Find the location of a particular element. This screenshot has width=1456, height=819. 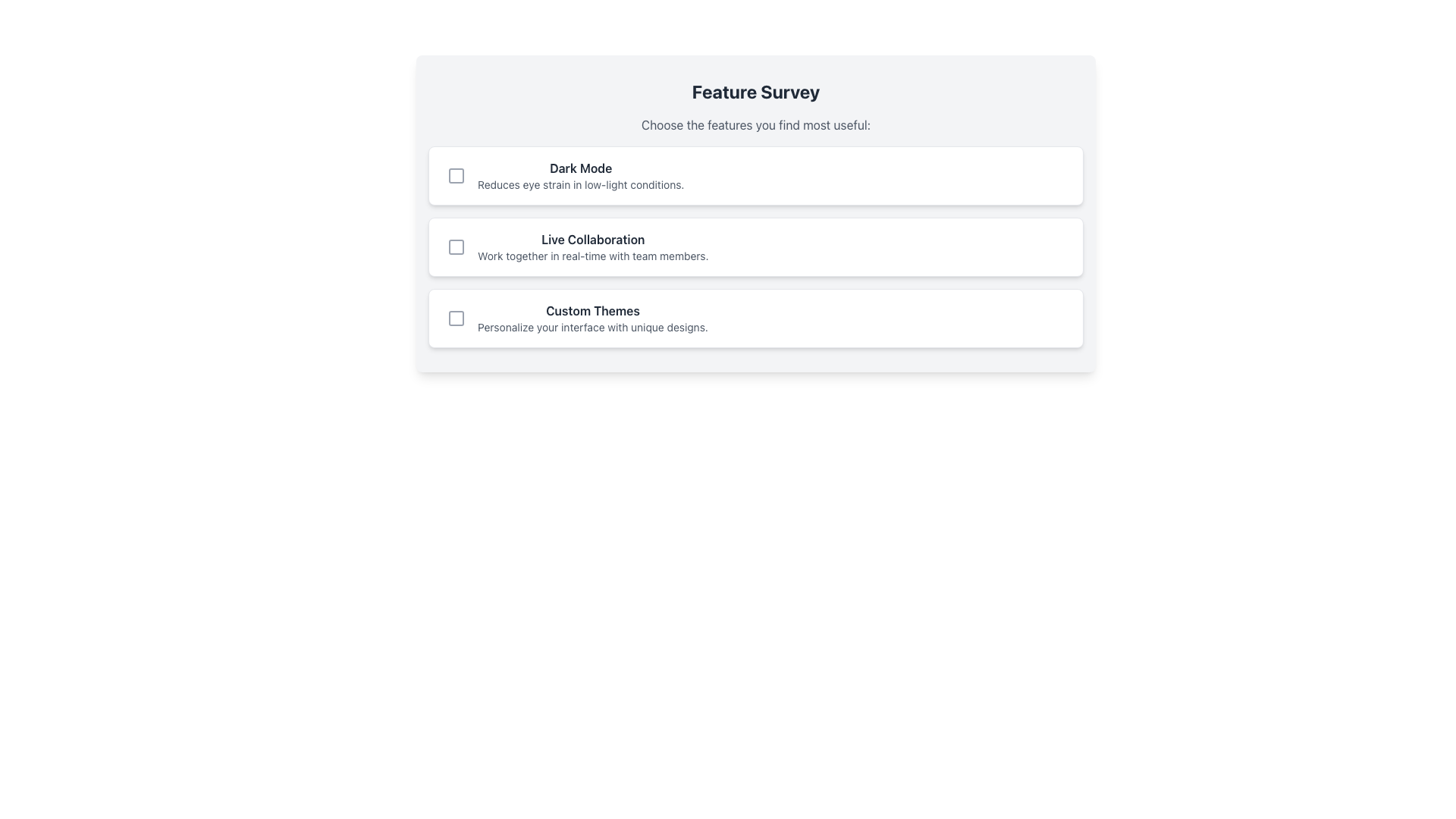

the text label displaying 'Live Collaboration', which is styled in bold sans-serif font and positioned below 'Dark Mode' and above 'Custom Themes' is located at coordinates (592, 239).